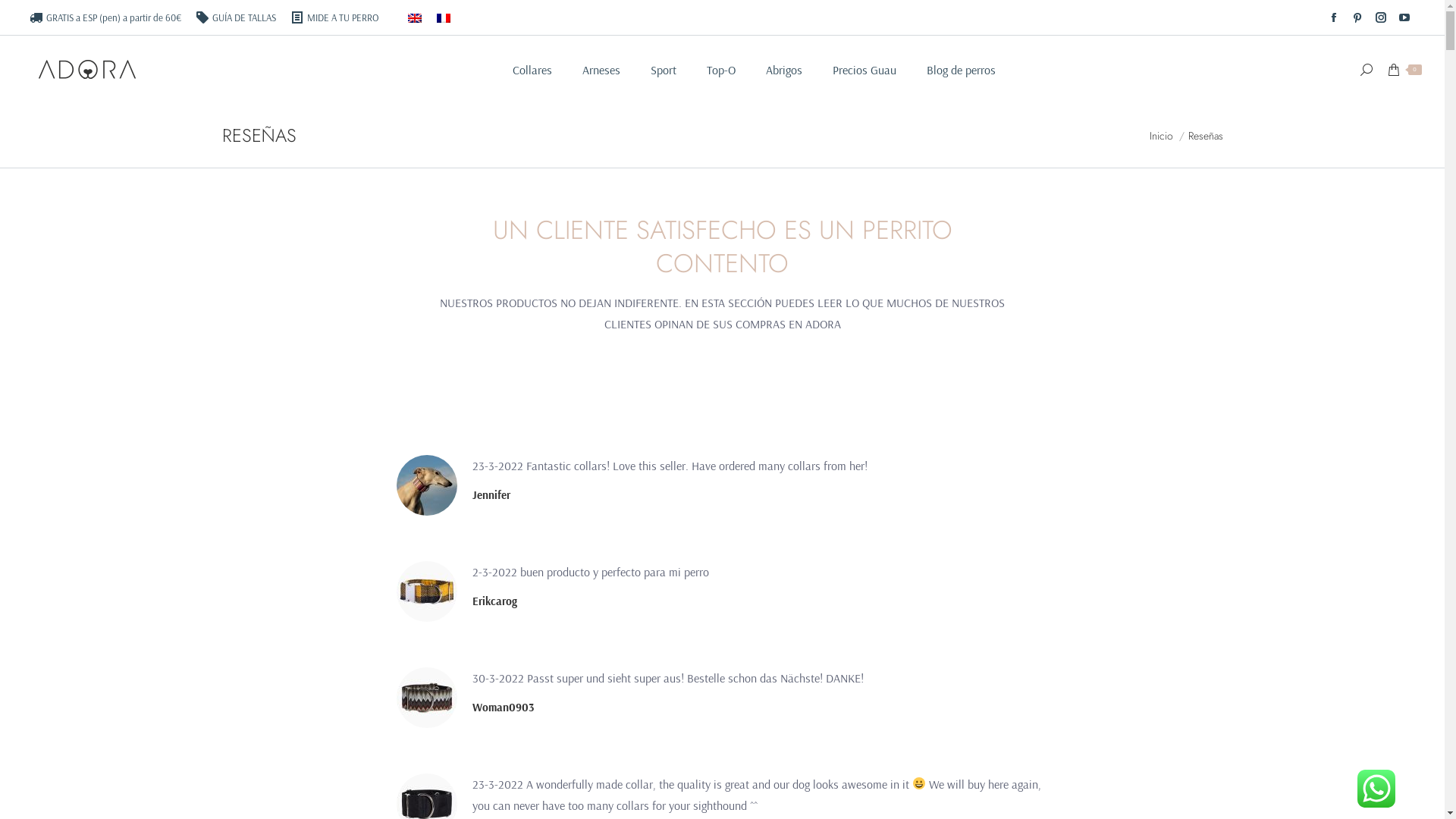 The height and width of the screenshot is (819, 1456). Describe the element at coordinates (864, 70) in the screenshot. I see `'Precios Guau'` at that location.